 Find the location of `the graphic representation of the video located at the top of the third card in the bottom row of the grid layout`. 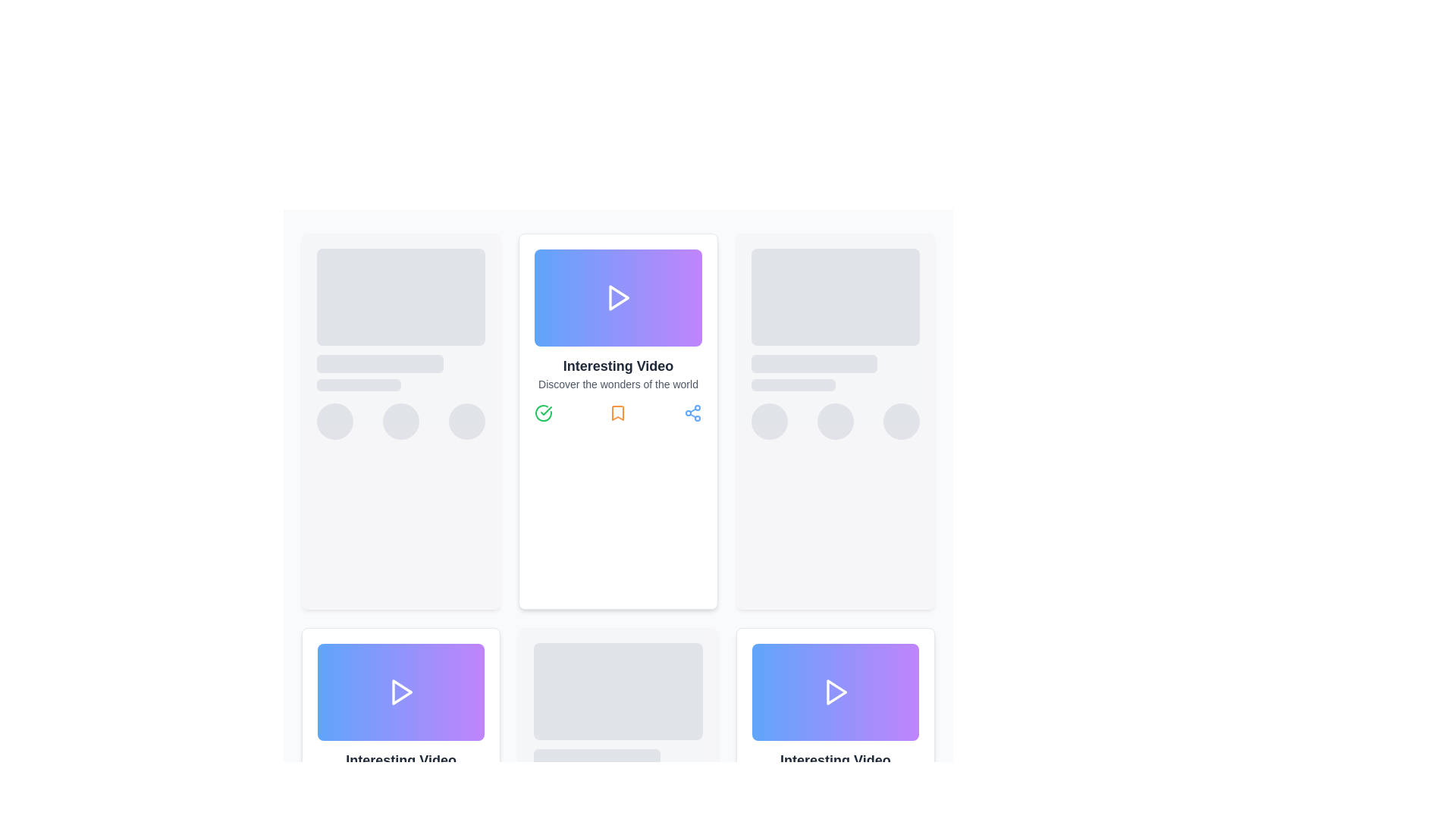

the graphic representation of the video located at the top of the third card in the bottom row of the grid layout is located at coordinates (834, 692).